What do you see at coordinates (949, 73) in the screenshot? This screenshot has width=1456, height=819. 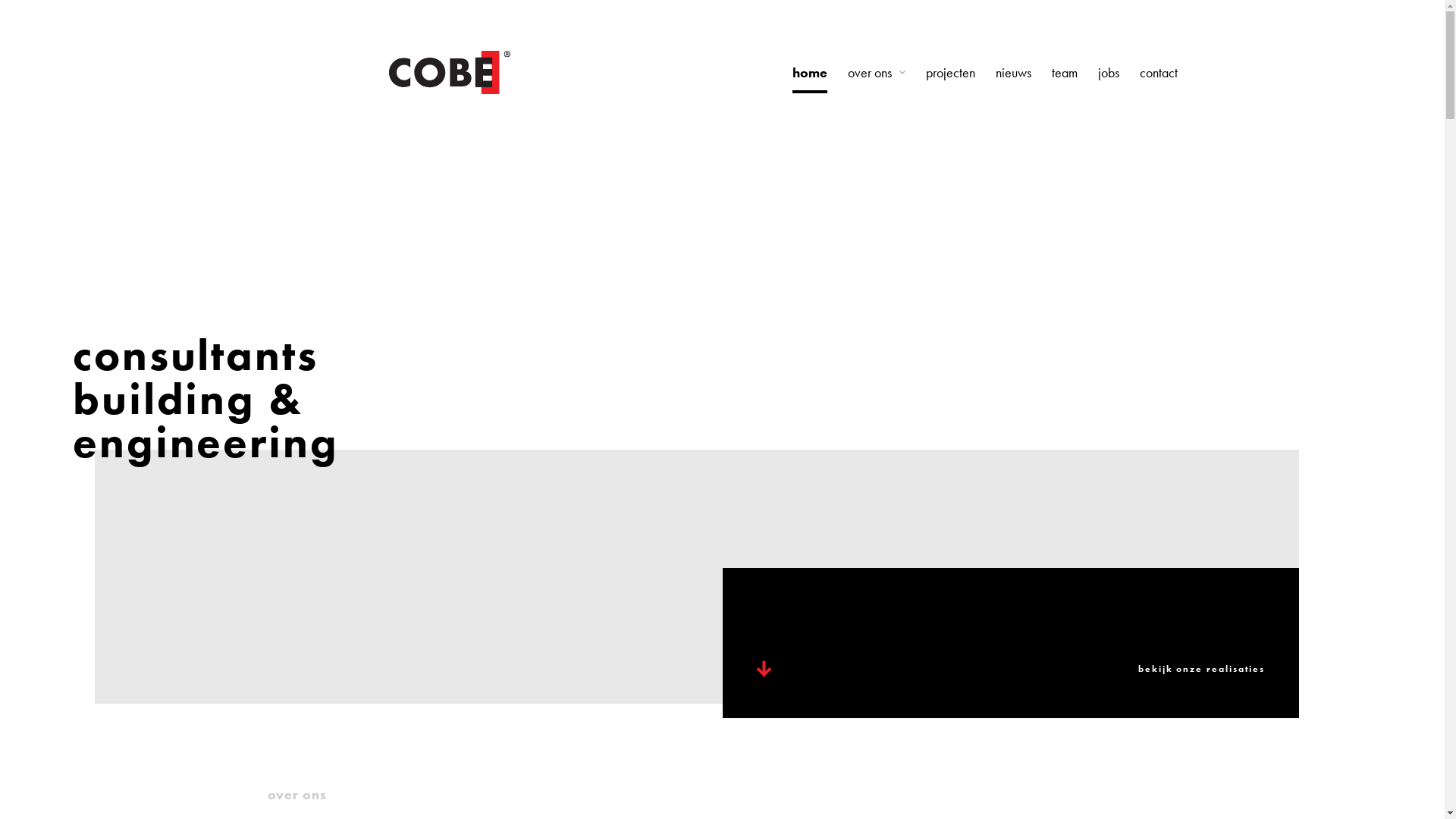 I see `'projecten'` at bounding box center [949, 73].